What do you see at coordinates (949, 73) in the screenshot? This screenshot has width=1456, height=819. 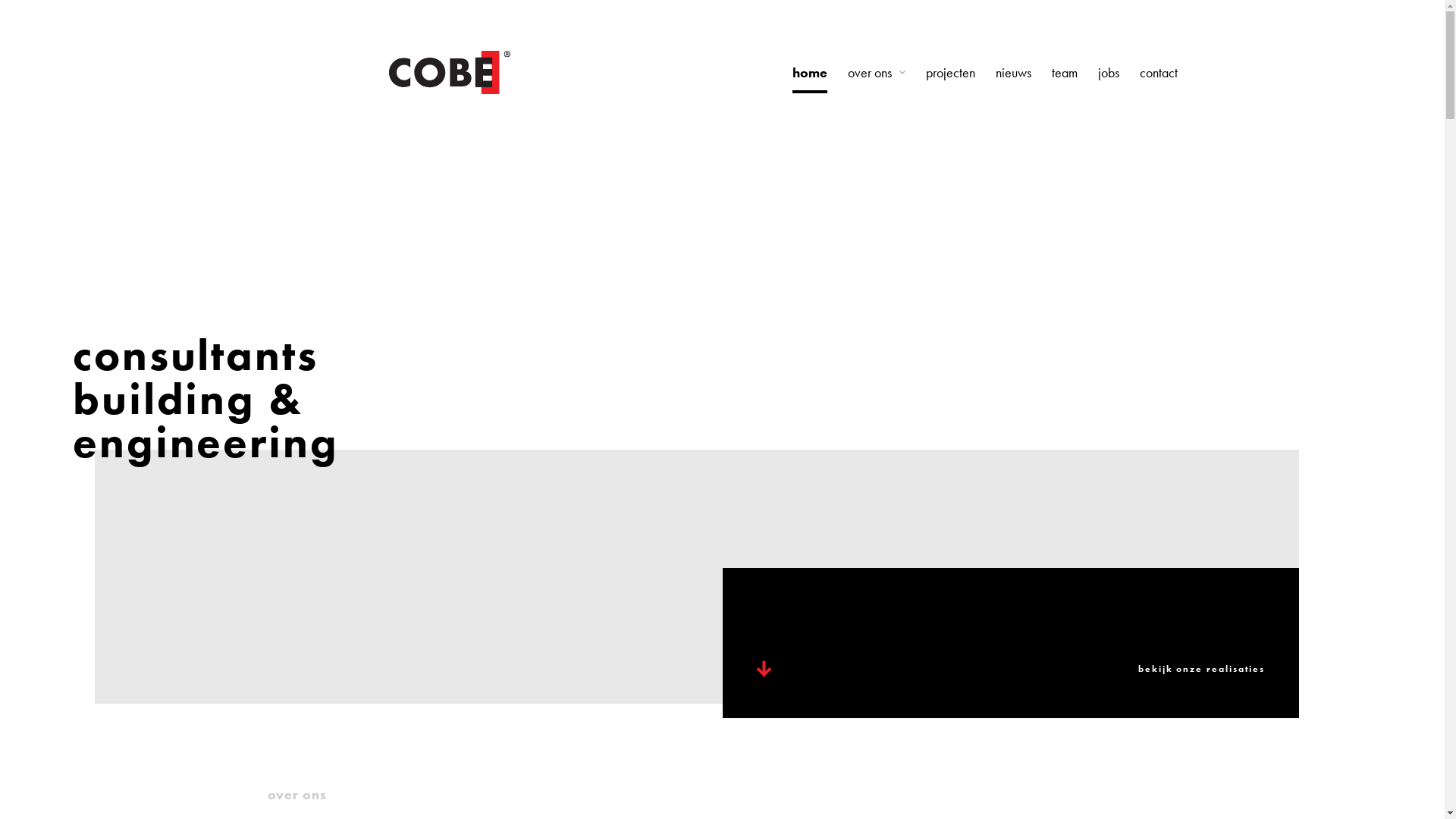 I see `'projecten'` at bounding box center [949, 73].